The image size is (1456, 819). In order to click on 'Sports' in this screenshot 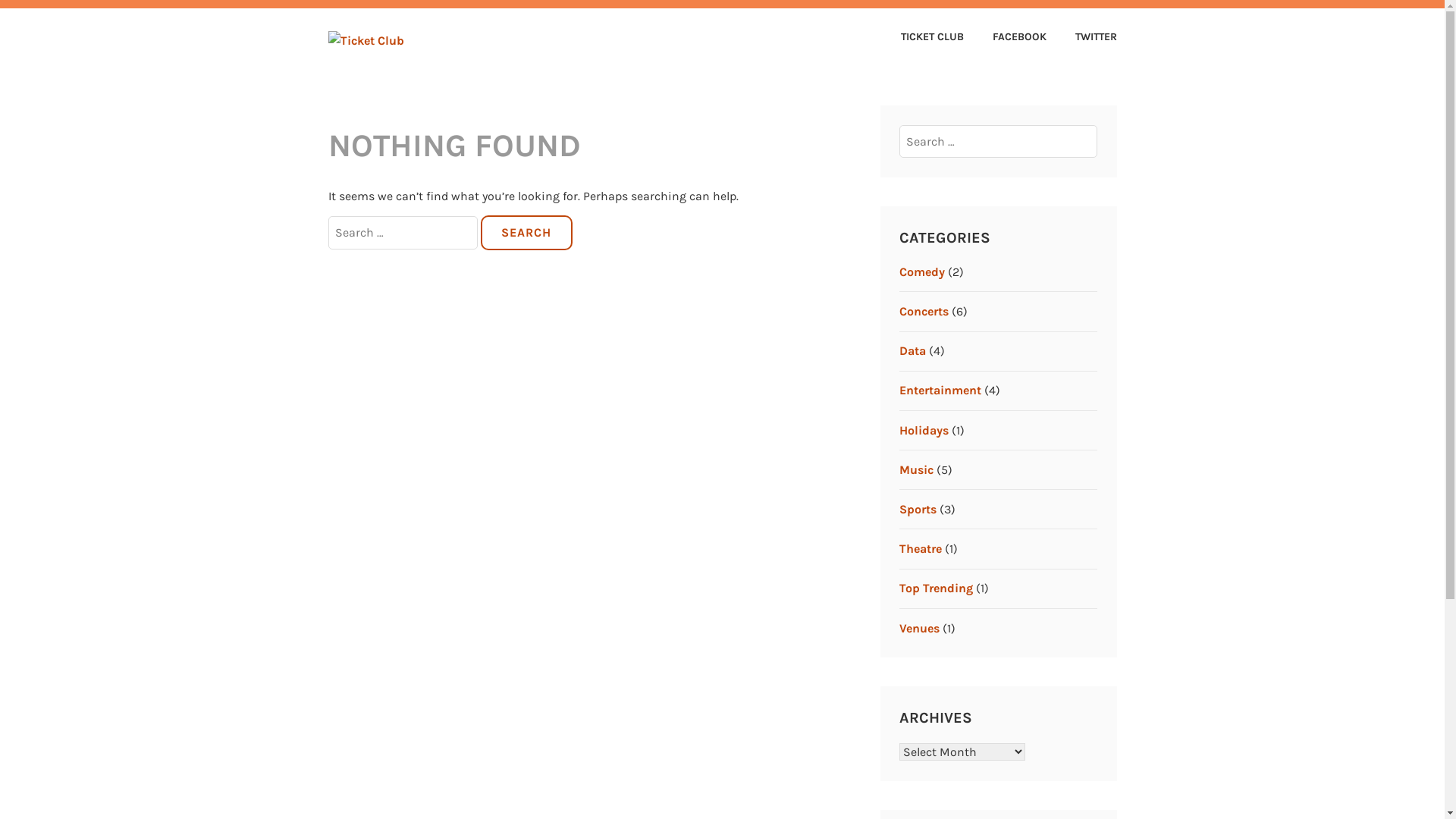, I will do `click(917, 509)`.